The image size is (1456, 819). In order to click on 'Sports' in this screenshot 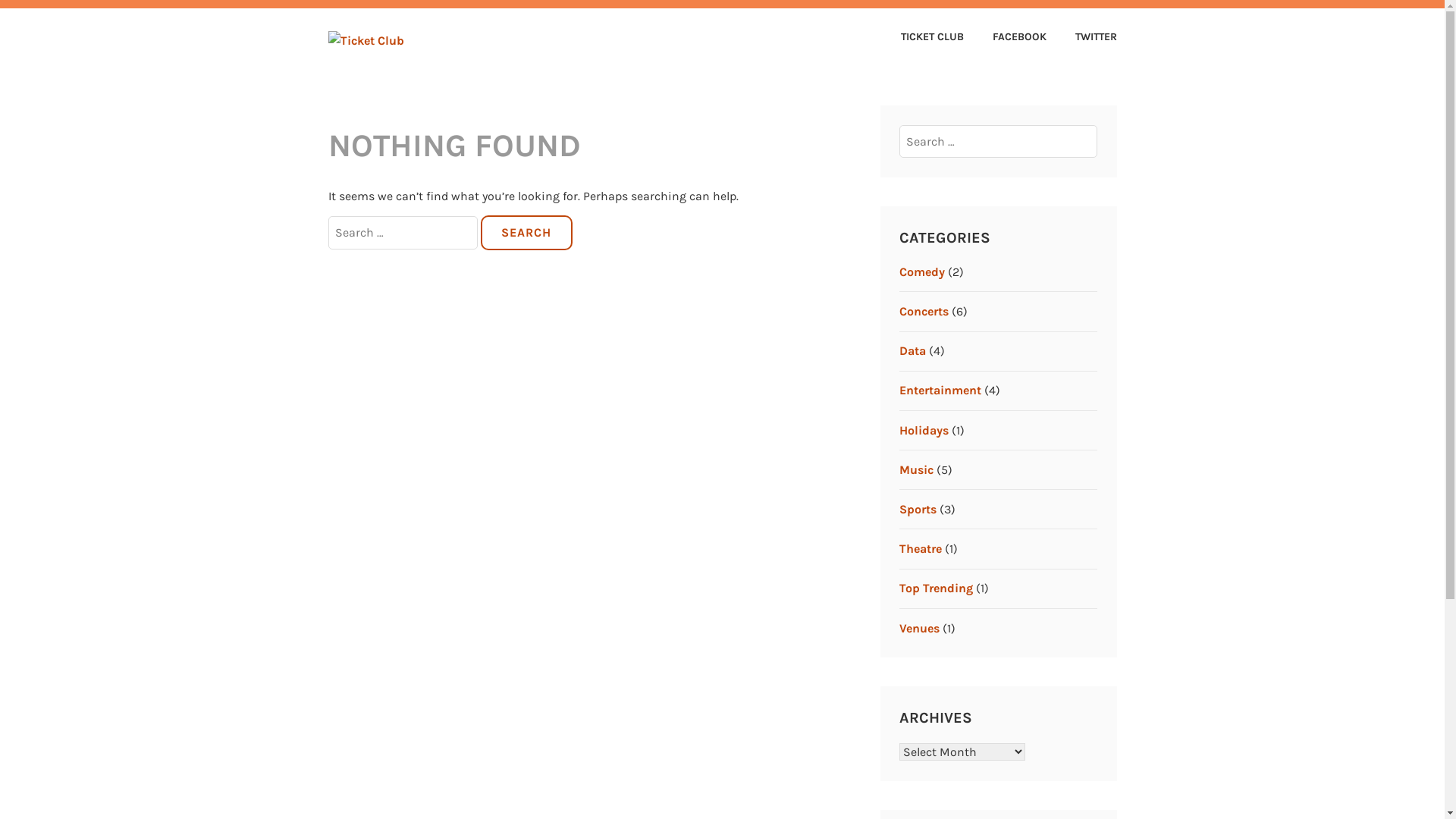, I will do `click(917, 509)`.